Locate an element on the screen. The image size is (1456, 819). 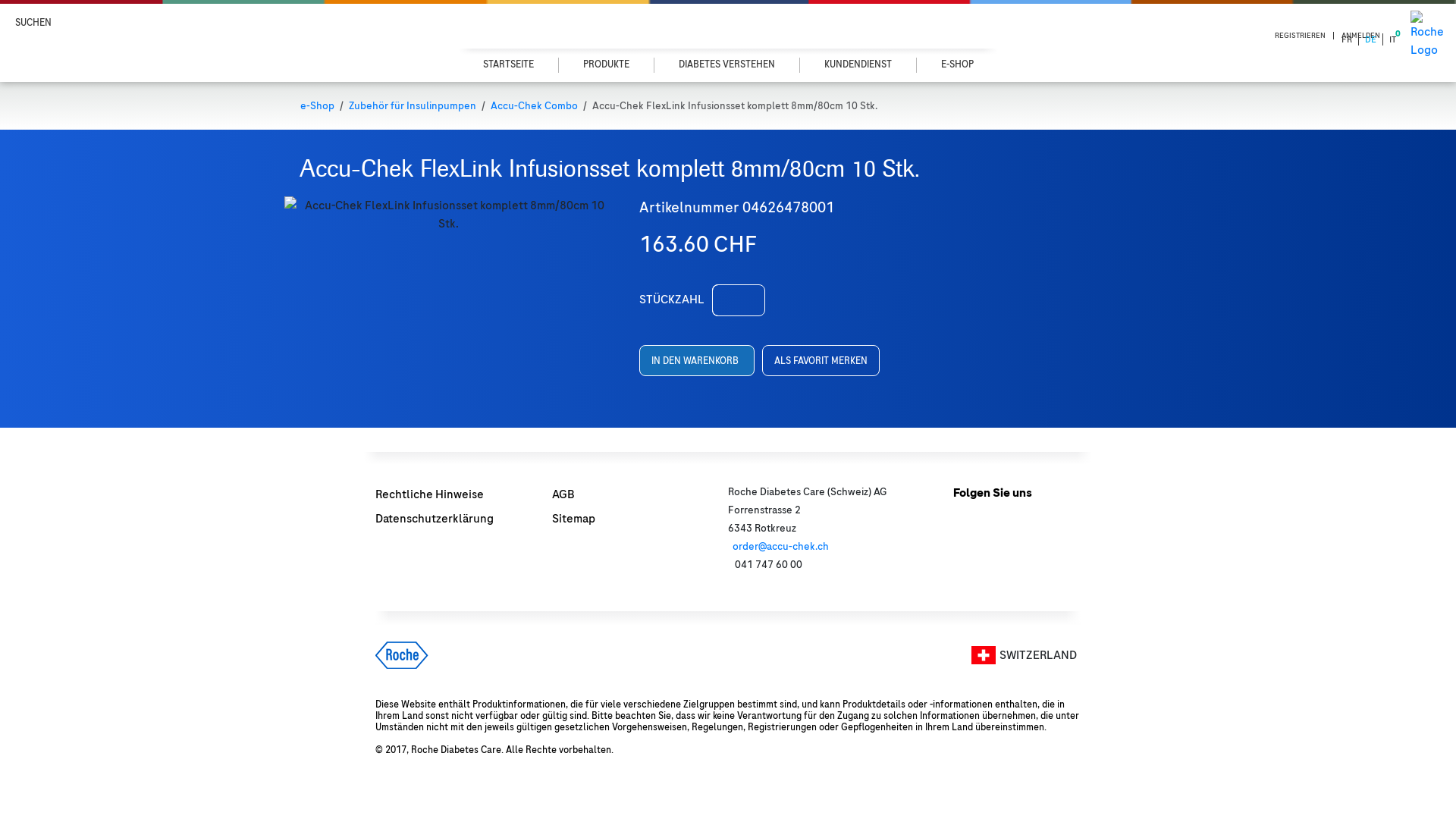
'ANMELDEN' is located at coordinates (1360, 34).